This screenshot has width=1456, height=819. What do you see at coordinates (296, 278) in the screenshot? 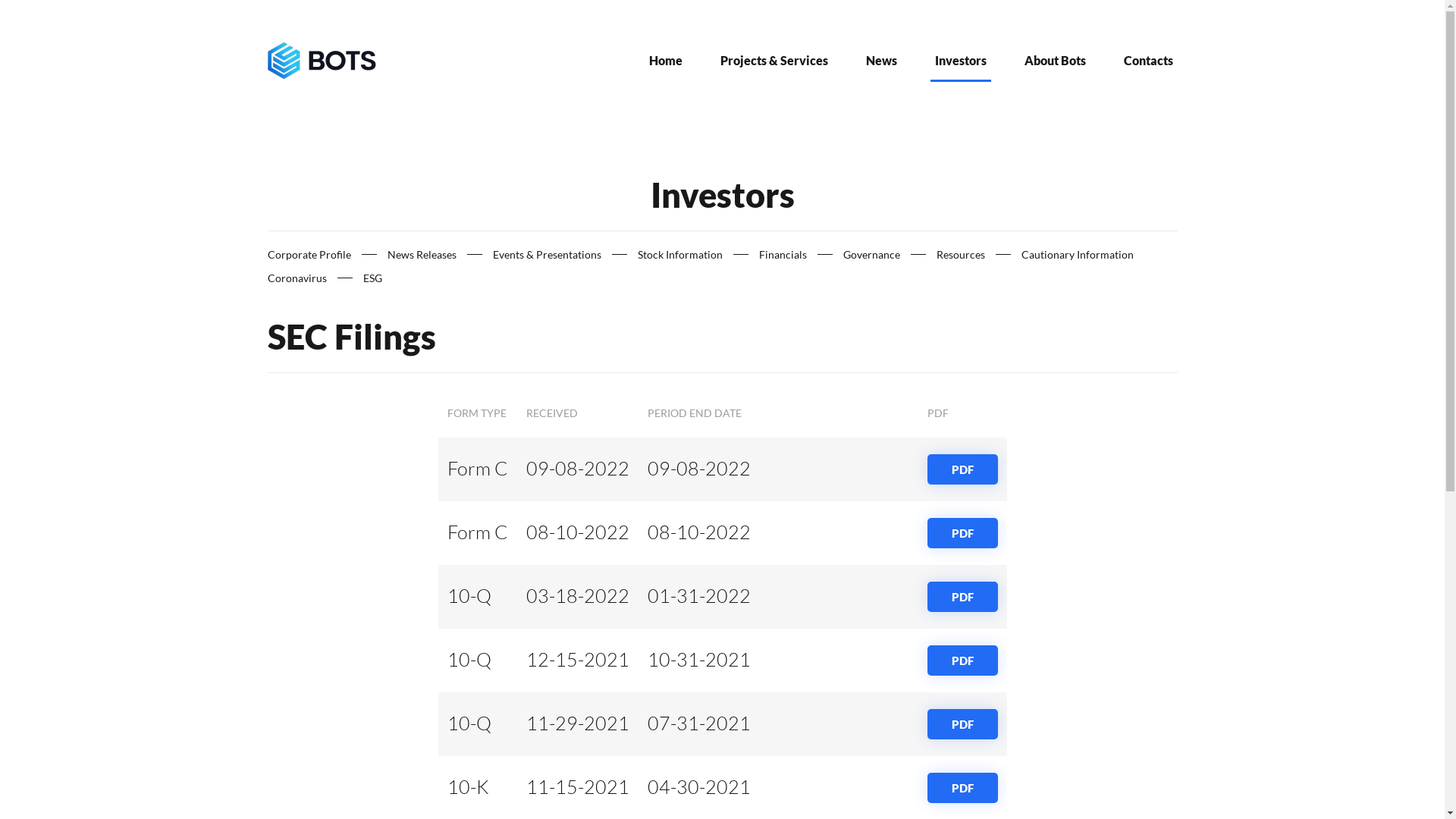
I see `'Coronavirus'` at bounding box center [296, 278].